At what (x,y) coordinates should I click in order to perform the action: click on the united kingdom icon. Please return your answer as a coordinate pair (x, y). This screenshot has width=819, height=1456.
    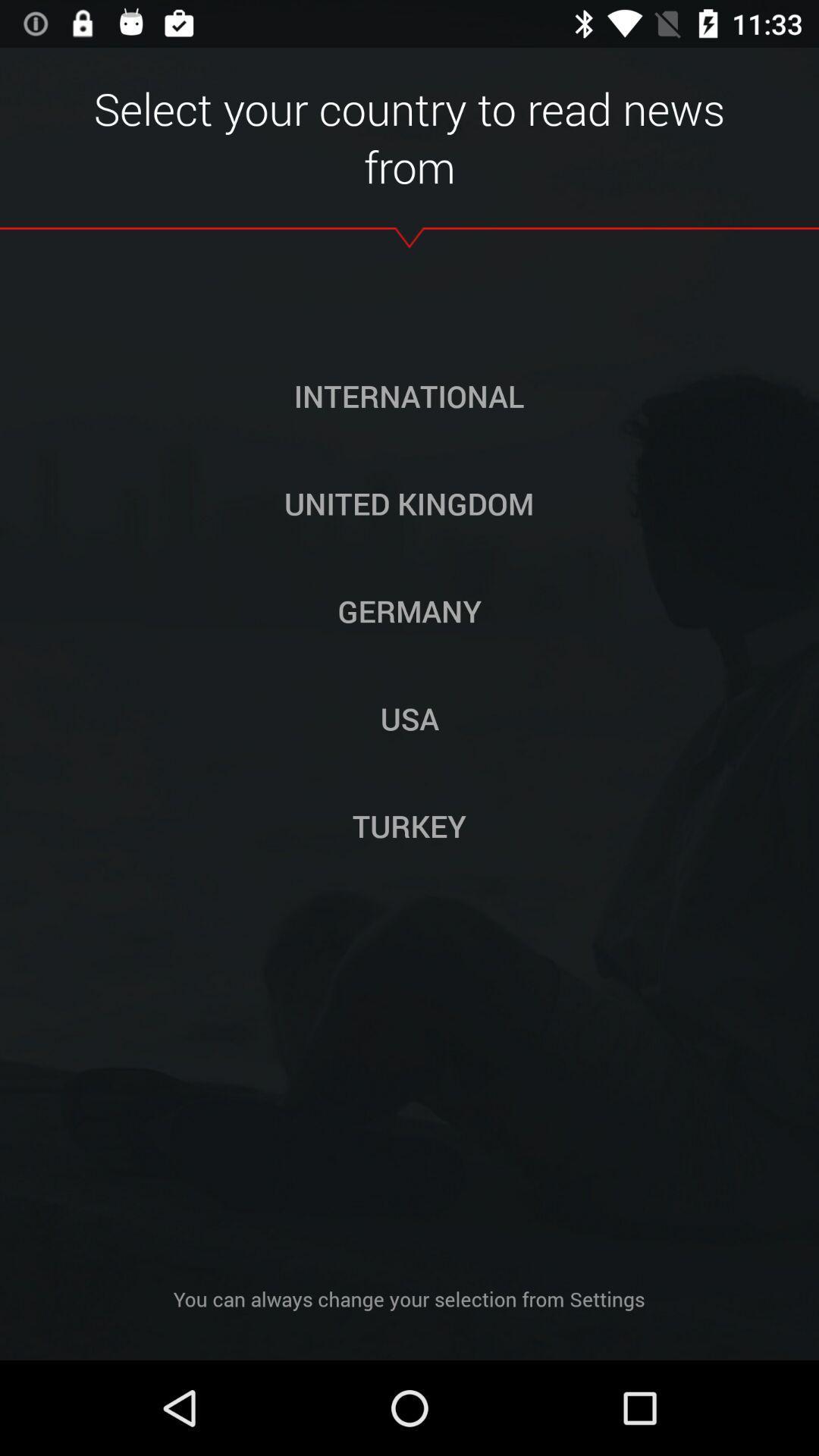
    Looking at the image, I should click on (408, 503).